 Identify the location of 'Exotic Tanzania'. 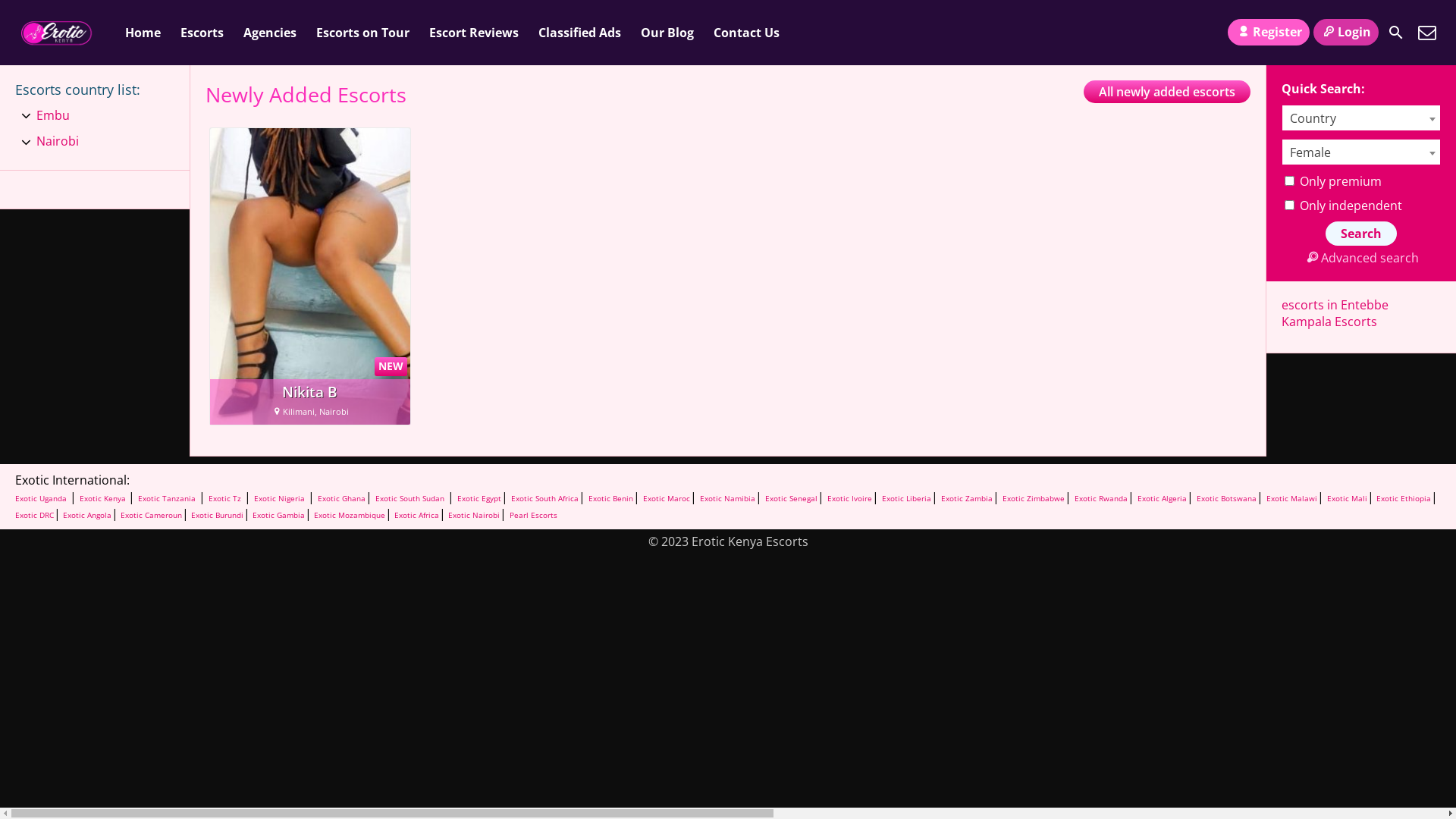
(167, 497).